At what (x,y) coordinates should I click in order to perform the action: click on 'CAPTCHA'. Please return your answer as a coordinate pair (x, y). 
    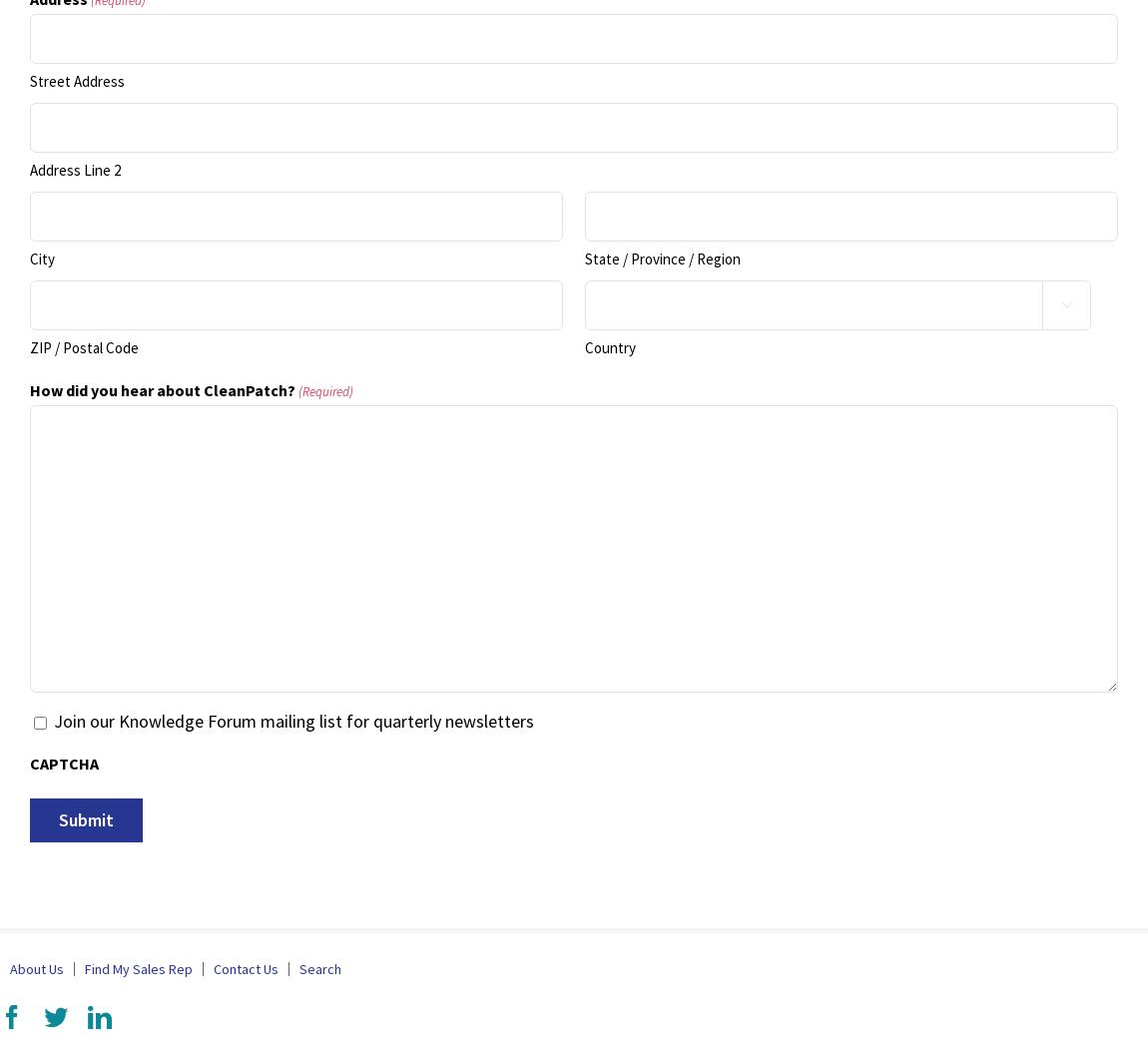
    Looking at the image, I should click on (62, 764).